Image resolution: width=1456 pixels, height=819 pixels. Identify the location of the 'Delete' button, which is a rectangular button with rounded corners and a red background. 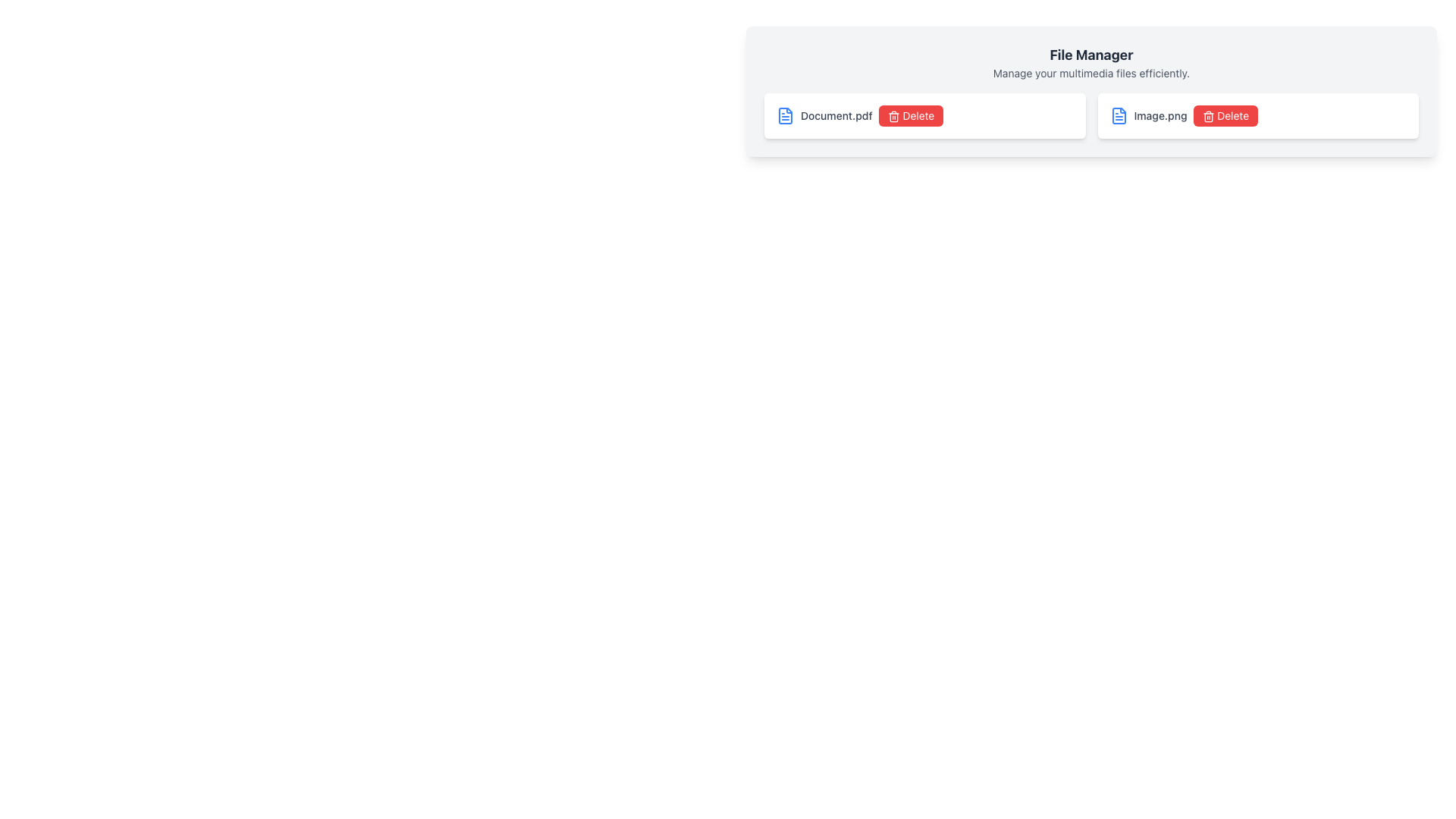
(910, 115).